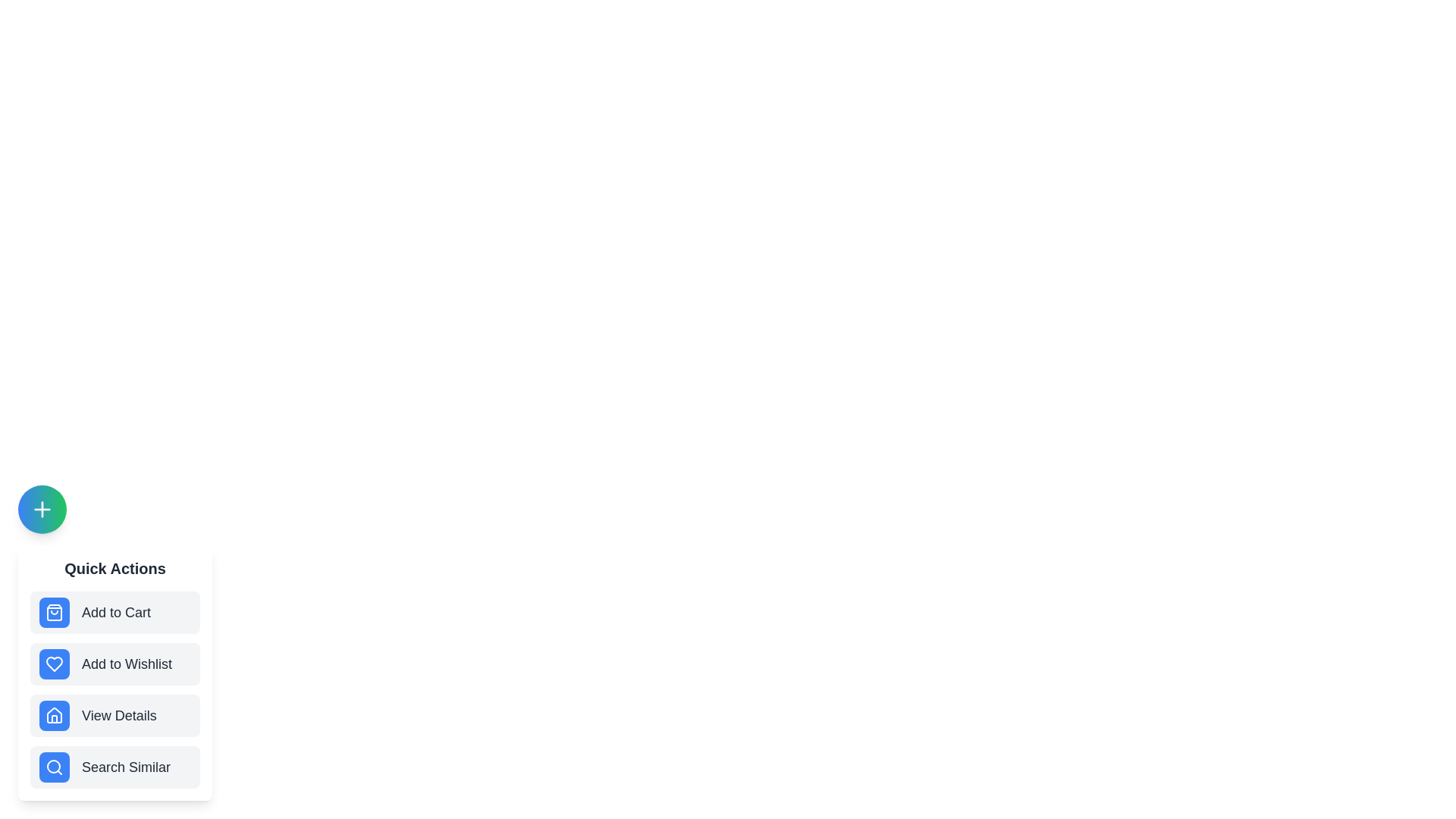 The image size is (1456, 819). Describe the element at coordinates (115, 767) in the screenshot. I see `the 'Search Similar' button` at that location.